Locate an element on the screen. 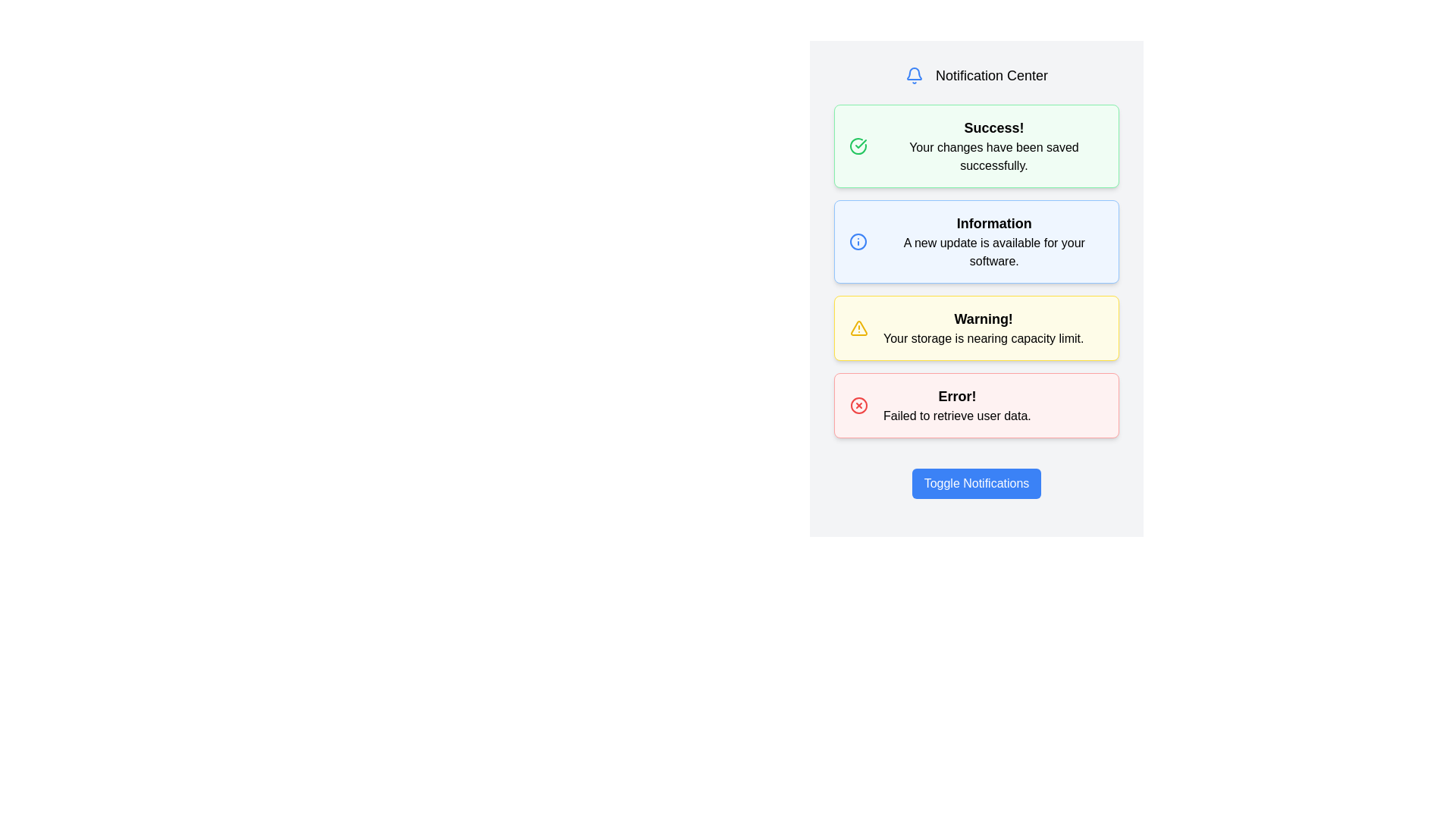 The width and height of the screenshot is (1456, 819). notification text block displaying 'Information' with the message 'A new update is available for your software.' is located at coordinates (994, 241).